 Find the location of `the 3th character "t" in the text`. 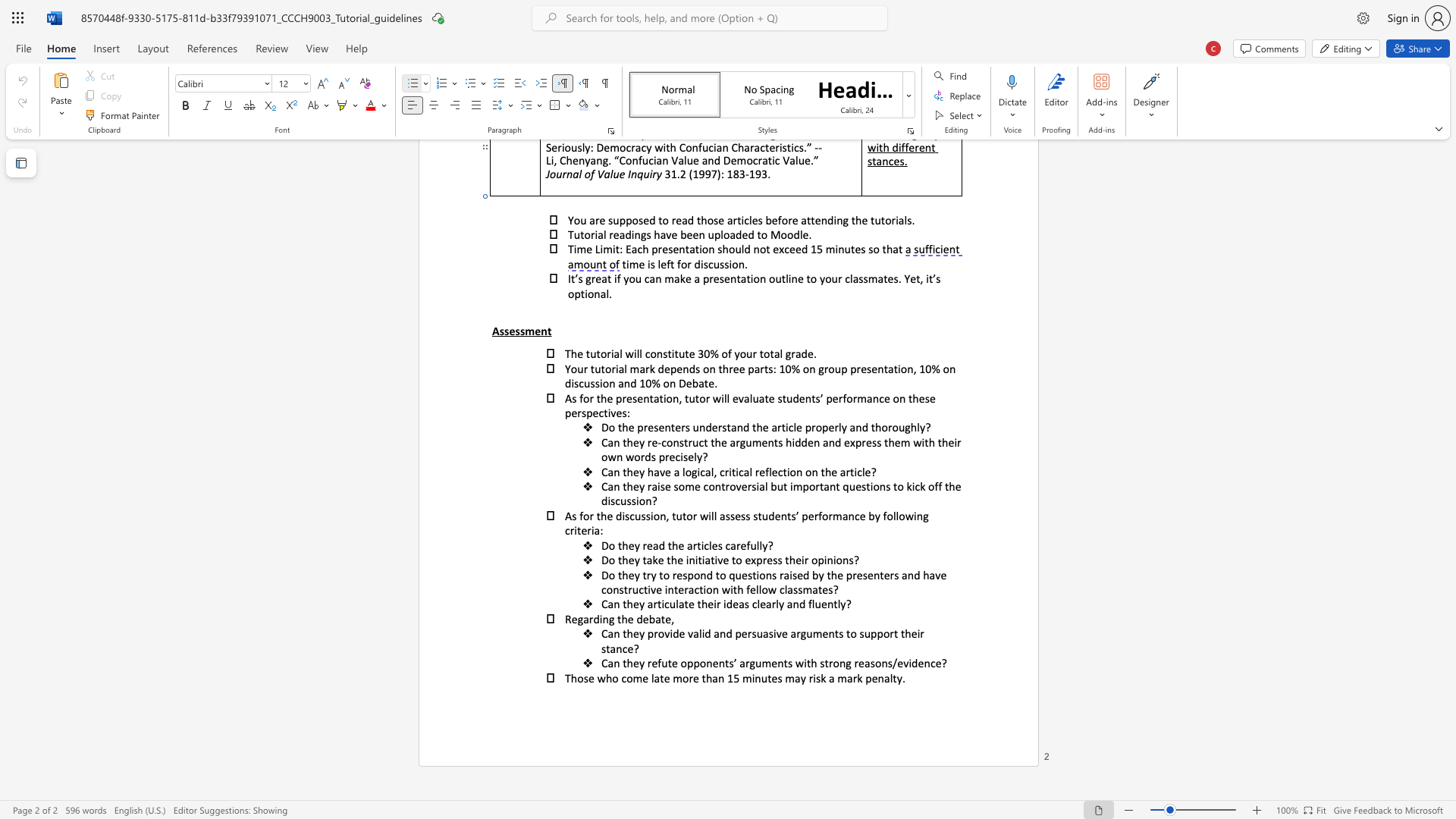

the 3th character "t" in the text is located at coordinates (661, 575).